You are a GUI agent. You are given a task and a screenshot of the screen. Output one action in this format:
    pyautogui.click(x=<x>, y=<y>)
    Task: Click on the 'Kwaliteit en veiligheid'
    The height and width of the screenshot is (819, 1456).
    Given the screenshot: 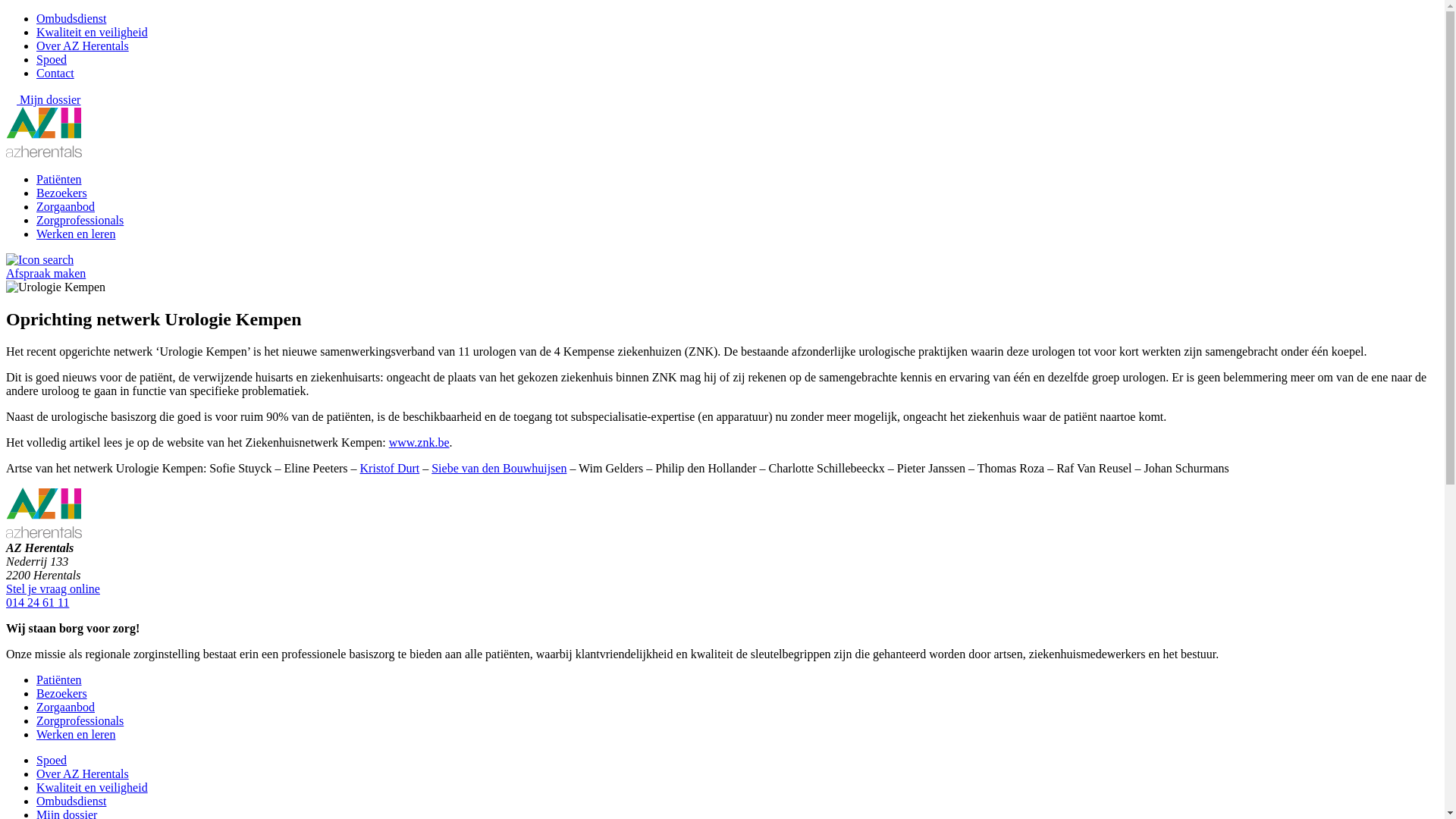 What is the action you would take?
    pyautogui.click(x=36, y=32)
    